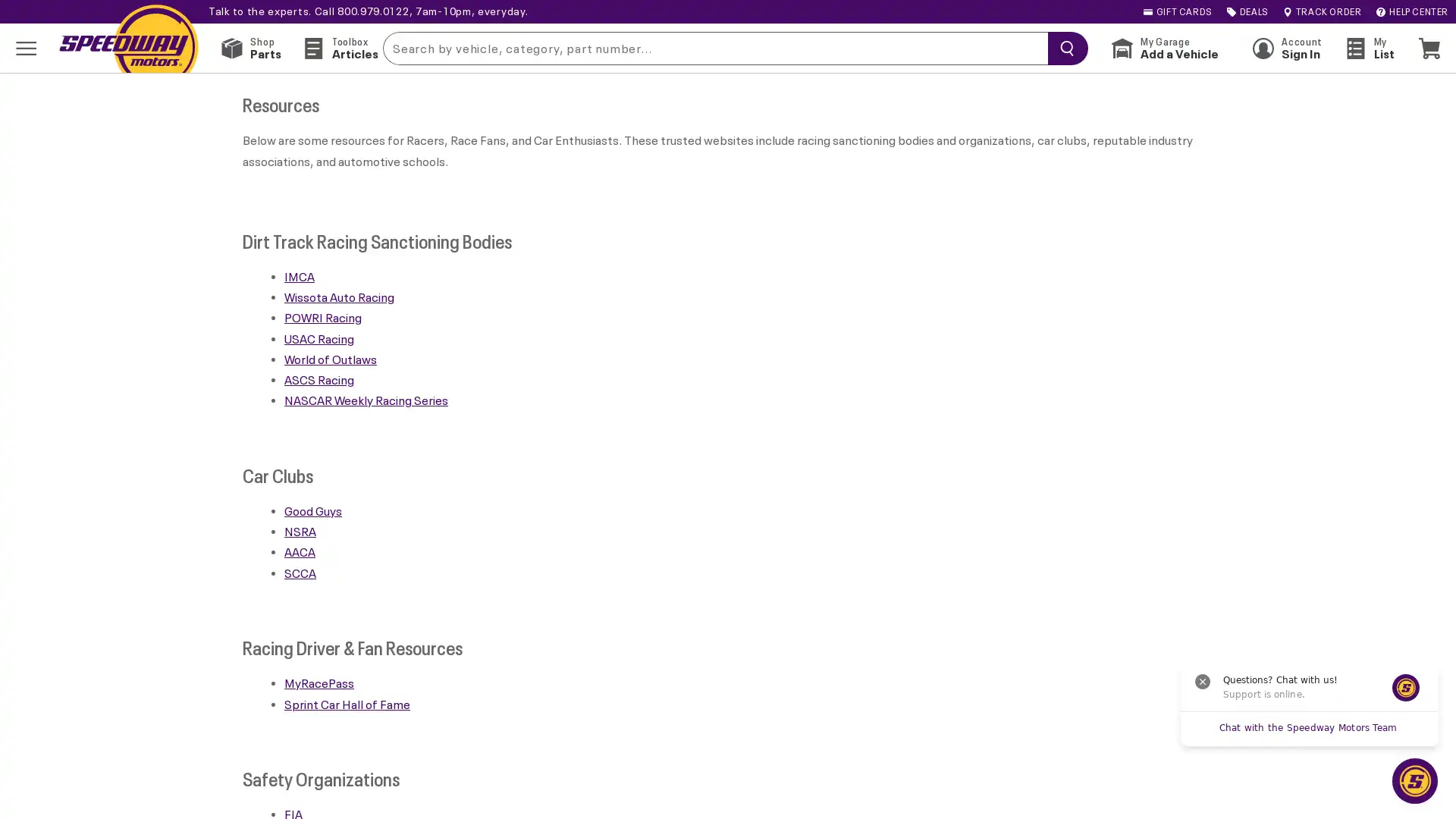 The width and height of the screenshot is (1456, 819). What do you see at coordinates (339, 47) in the screenshot?
I see `Toolbox Articles` at bounding box center [339, 47].